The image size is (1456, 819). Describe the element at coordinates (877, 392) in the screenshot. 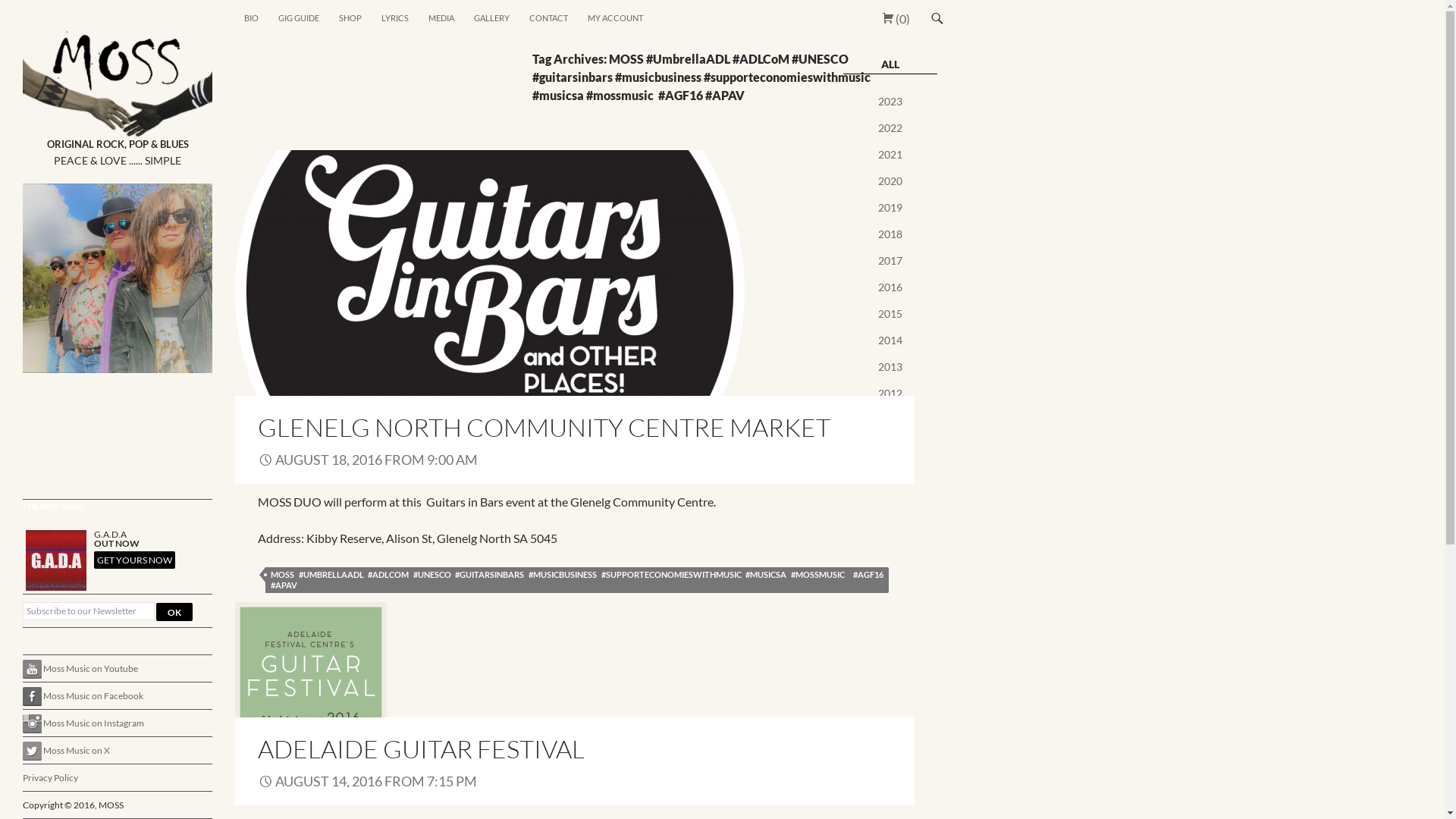

I see `'2012'` at that location.